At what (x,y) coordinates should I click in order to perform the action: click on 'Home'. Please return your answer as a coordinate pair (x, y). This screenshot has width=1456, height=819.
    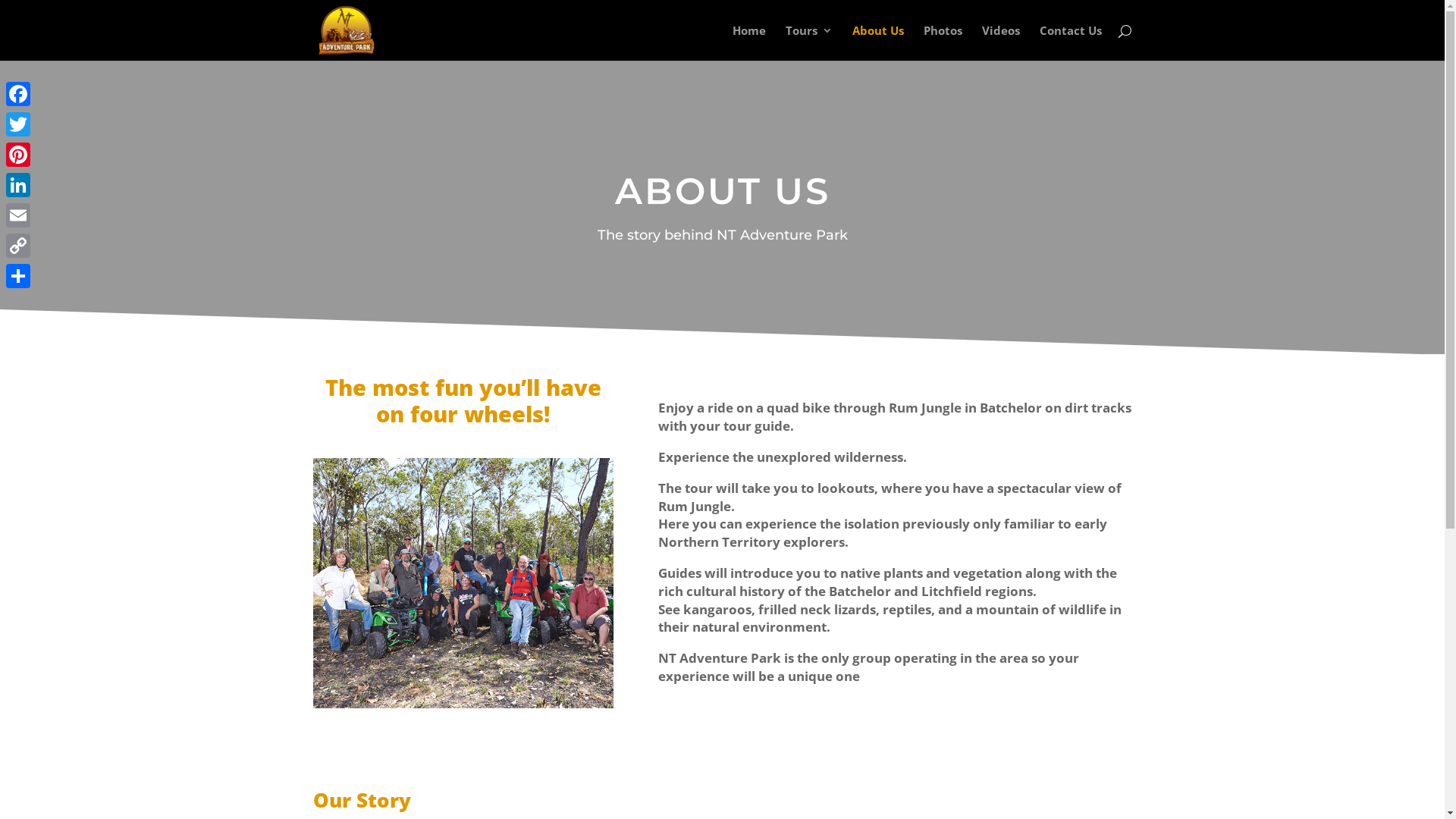
    Looking at the image, I should click on (749, 42).